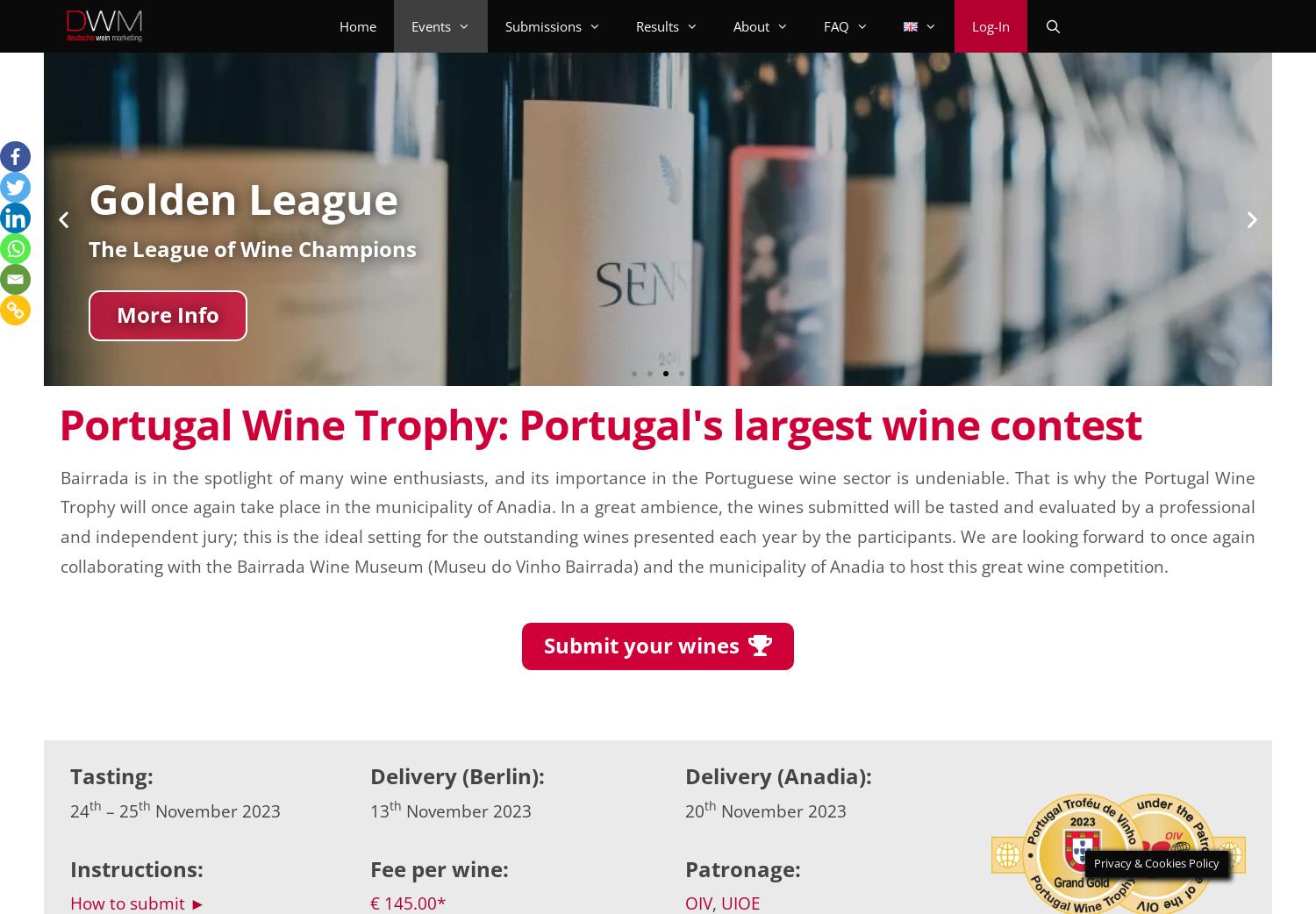 The image size is (1316, 914). What do you see at coordinates (542, 25) in the screenshot?
I see `'Submissions'` at bounding box center [542, 25].